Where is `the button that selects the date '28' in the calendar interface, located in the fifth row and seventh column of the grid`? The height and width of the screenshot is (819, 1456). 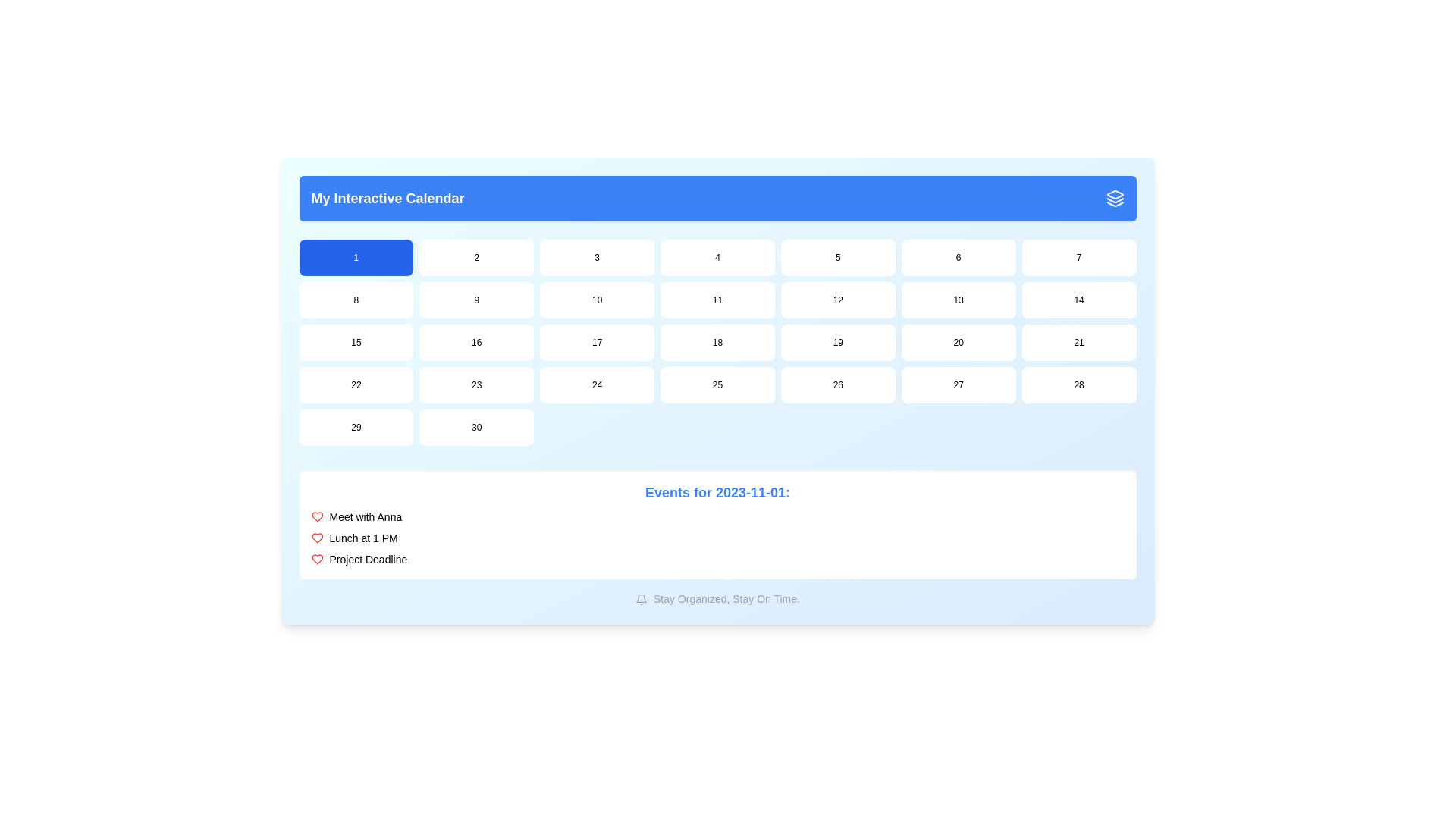
the button that selects the date '28' in the calendar interface, located in the fifth row and seventh column of the grid is located at coordinates (1078, 384).